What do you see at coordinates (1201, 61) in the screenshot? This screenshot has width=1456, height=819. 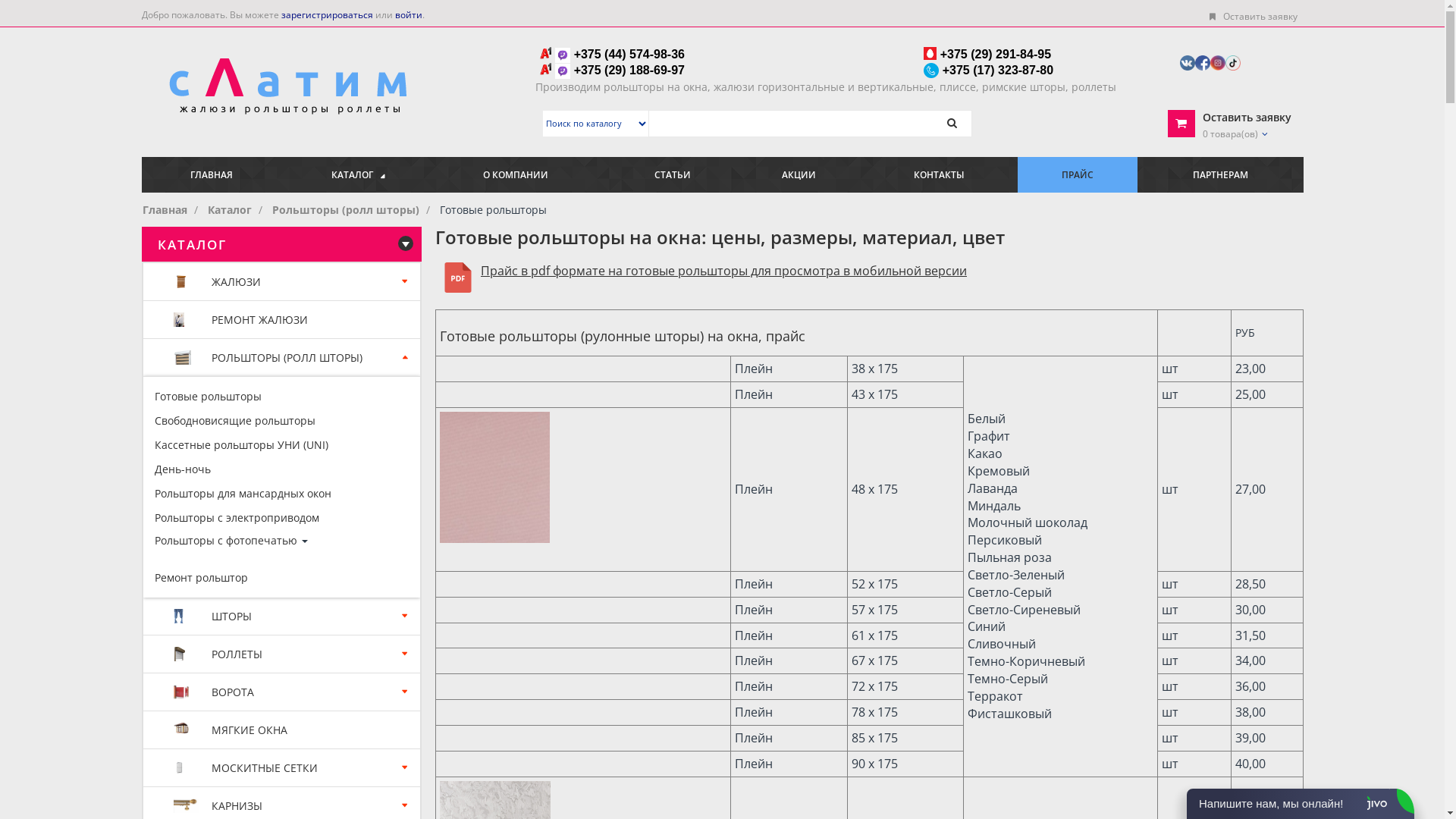 I see `'Slatim facebook'` at bounding box center [1201, 61].